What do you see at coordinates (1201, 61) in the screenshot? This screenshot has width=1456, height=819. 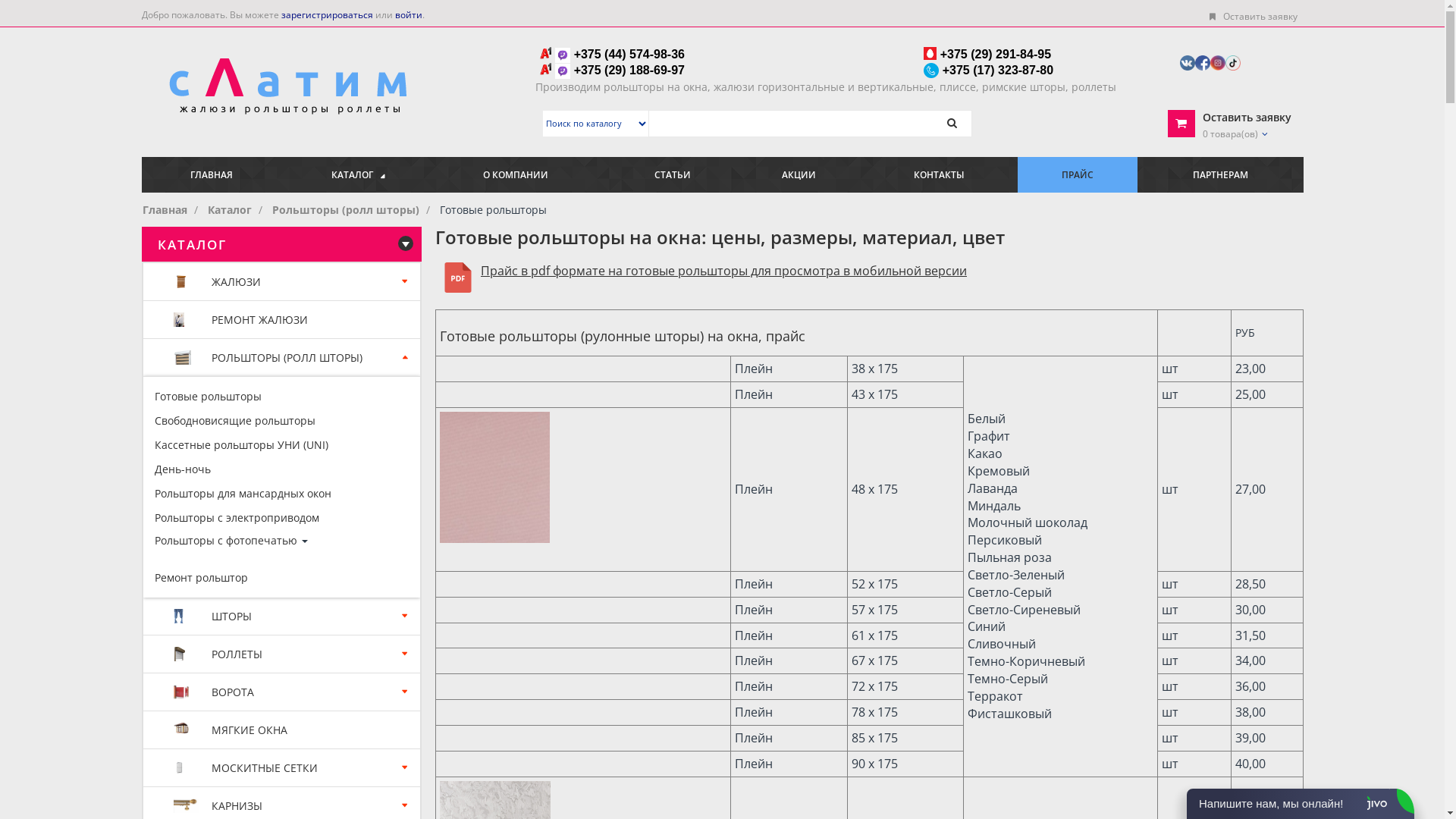 I see `'Slatim facebook'` at bounding box center [1201, 61].